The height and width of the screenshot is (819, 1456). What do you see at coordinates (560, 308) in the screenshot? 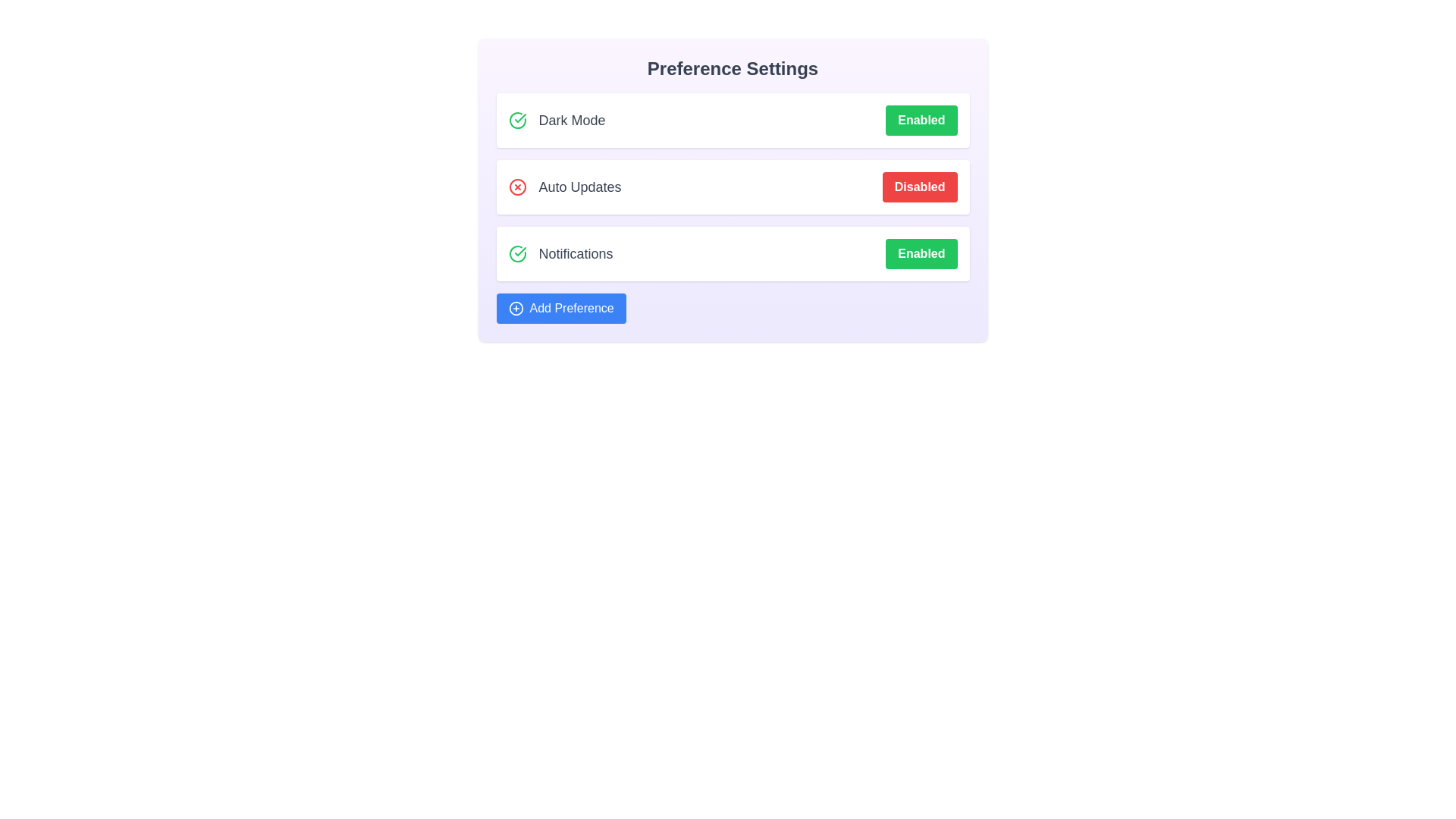
I see `the 'Add Preference' button to add a new preference` at bounding box center [560, 308].